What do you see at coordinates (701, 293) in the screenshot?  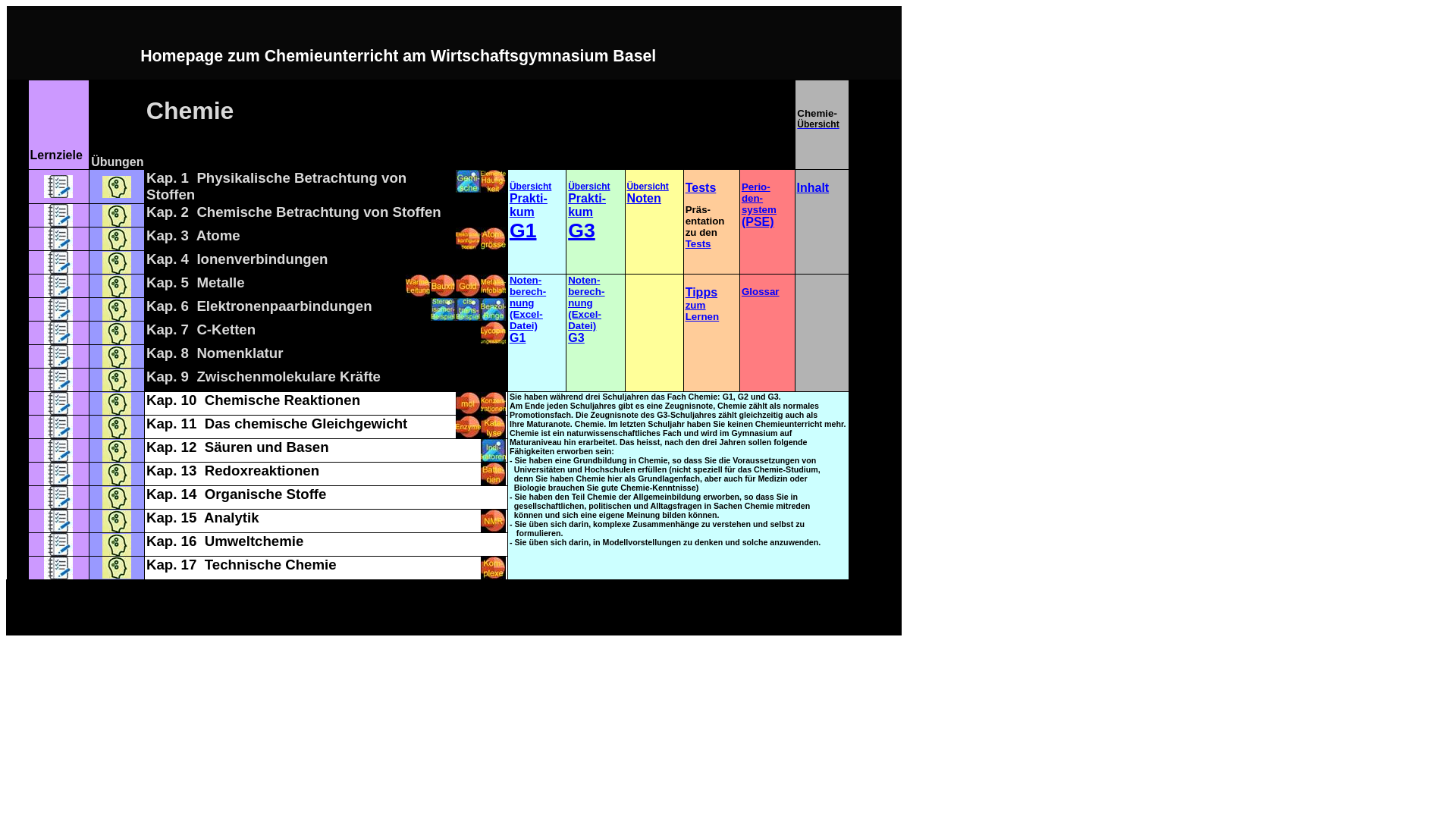 I see `'Tipps'` at bounding box center [701, 293].